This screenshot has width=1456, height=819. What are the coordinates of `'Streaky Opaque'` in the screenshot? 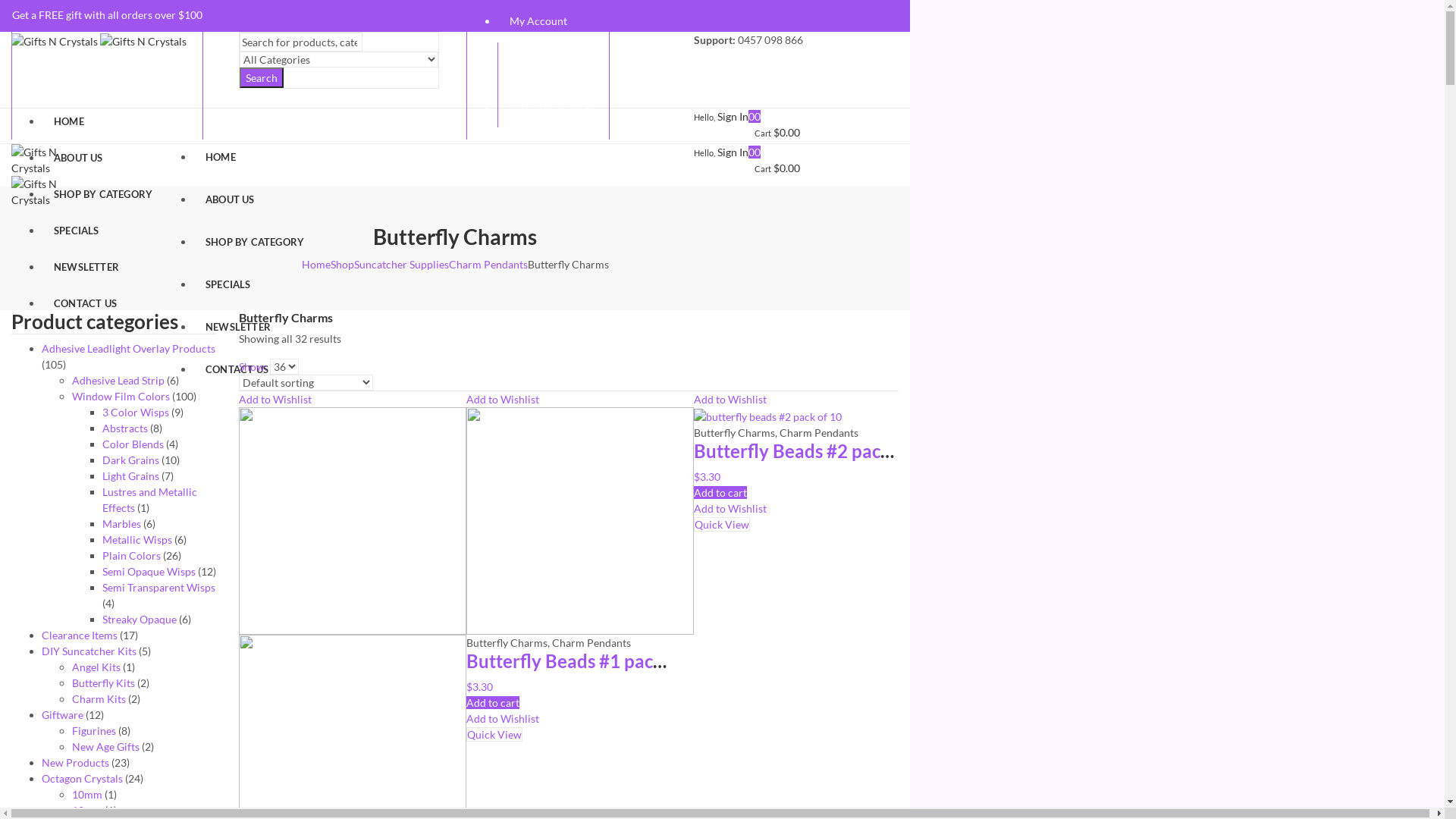 It's located at (139, 619).